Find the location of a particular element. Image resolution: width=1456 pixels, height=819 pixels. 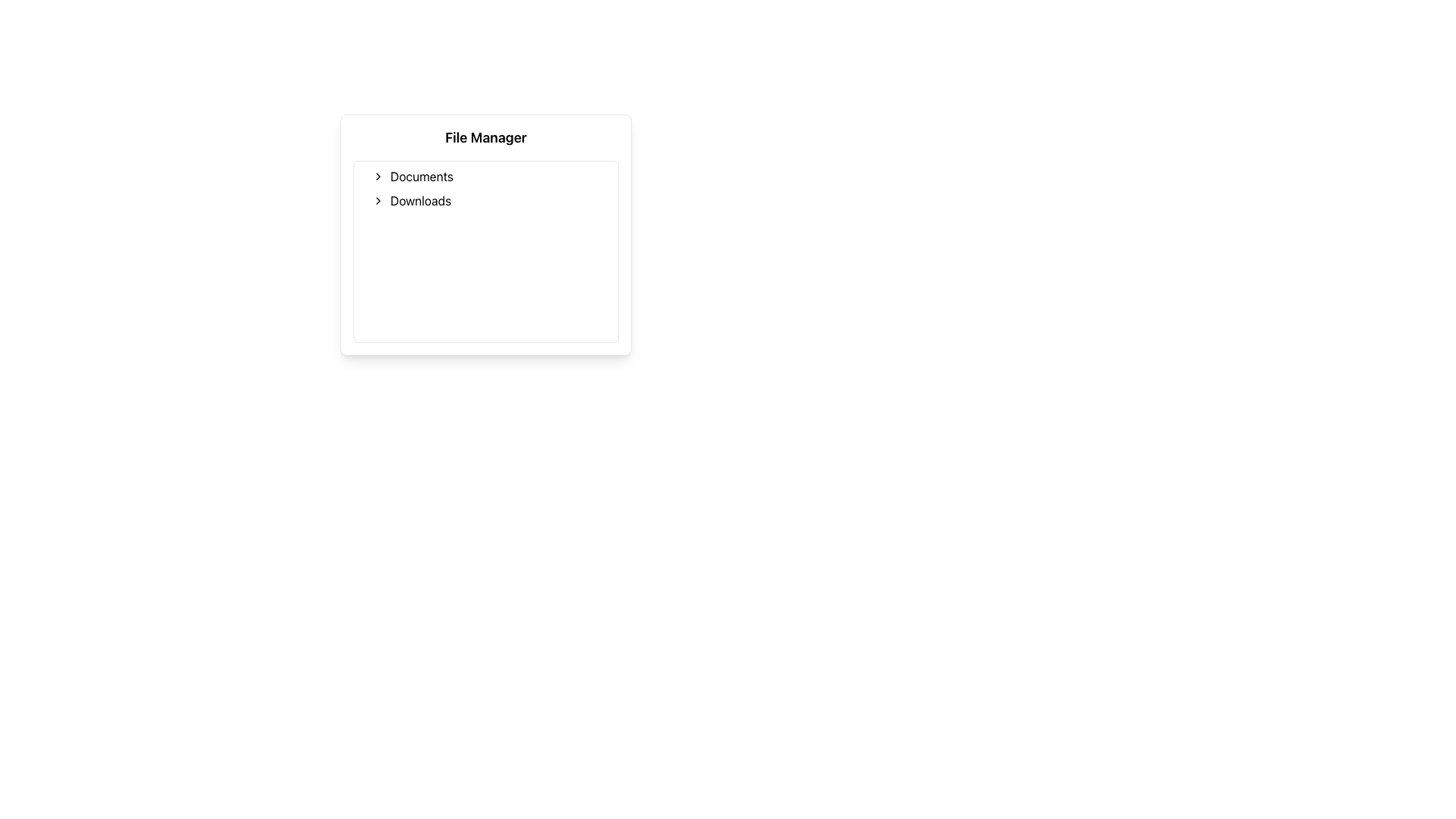

the navigational icon located to the left of the 'Documents' text is located at coordinates (378, 175).